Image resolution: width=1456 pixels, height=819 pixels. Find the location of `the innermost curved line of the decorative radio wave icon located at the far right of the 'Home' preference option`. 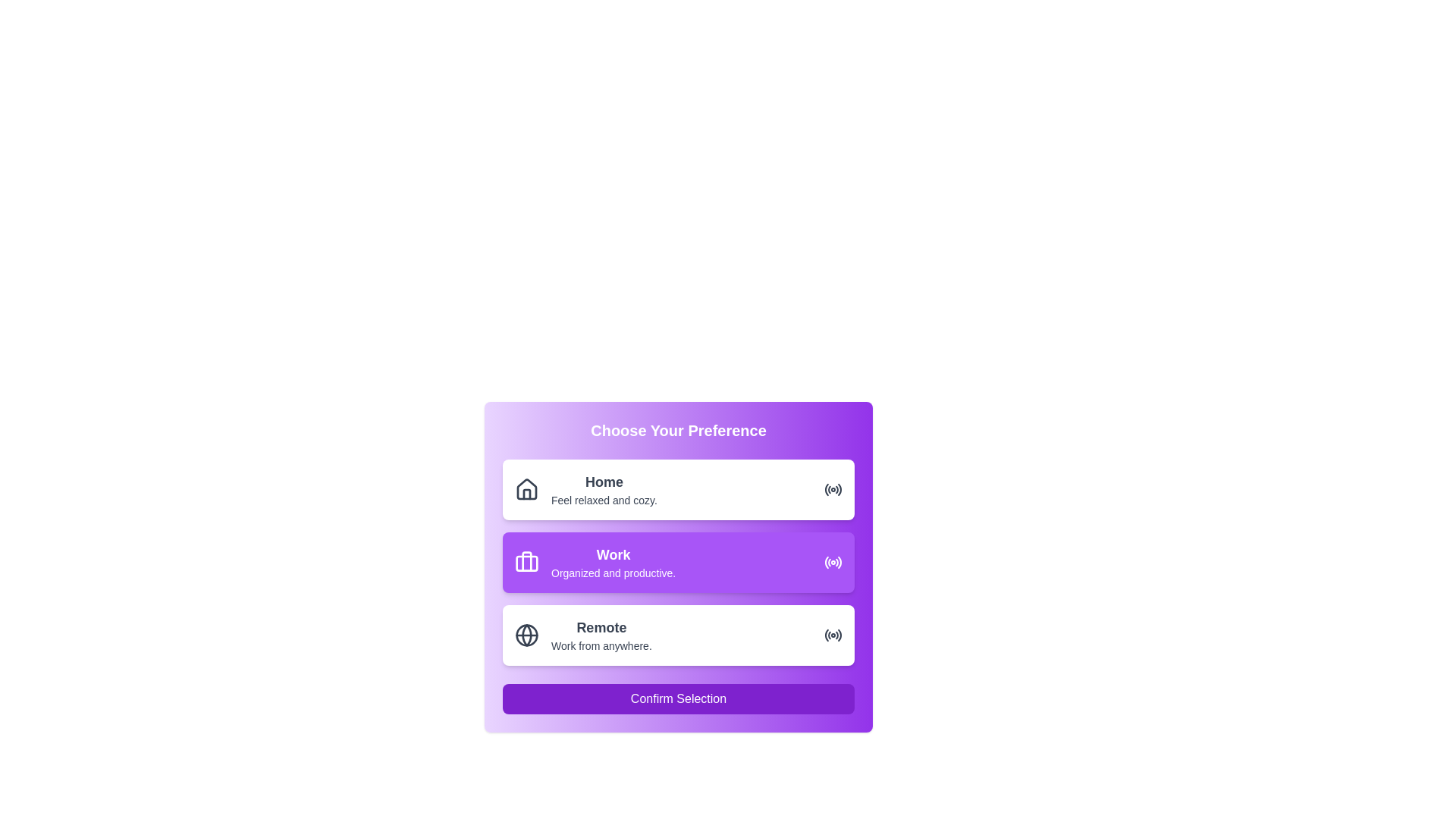

the innermost curved line of the decorative radio wave icon located at the far right of the 'Home' preference option is located at coordinates (826, 489).